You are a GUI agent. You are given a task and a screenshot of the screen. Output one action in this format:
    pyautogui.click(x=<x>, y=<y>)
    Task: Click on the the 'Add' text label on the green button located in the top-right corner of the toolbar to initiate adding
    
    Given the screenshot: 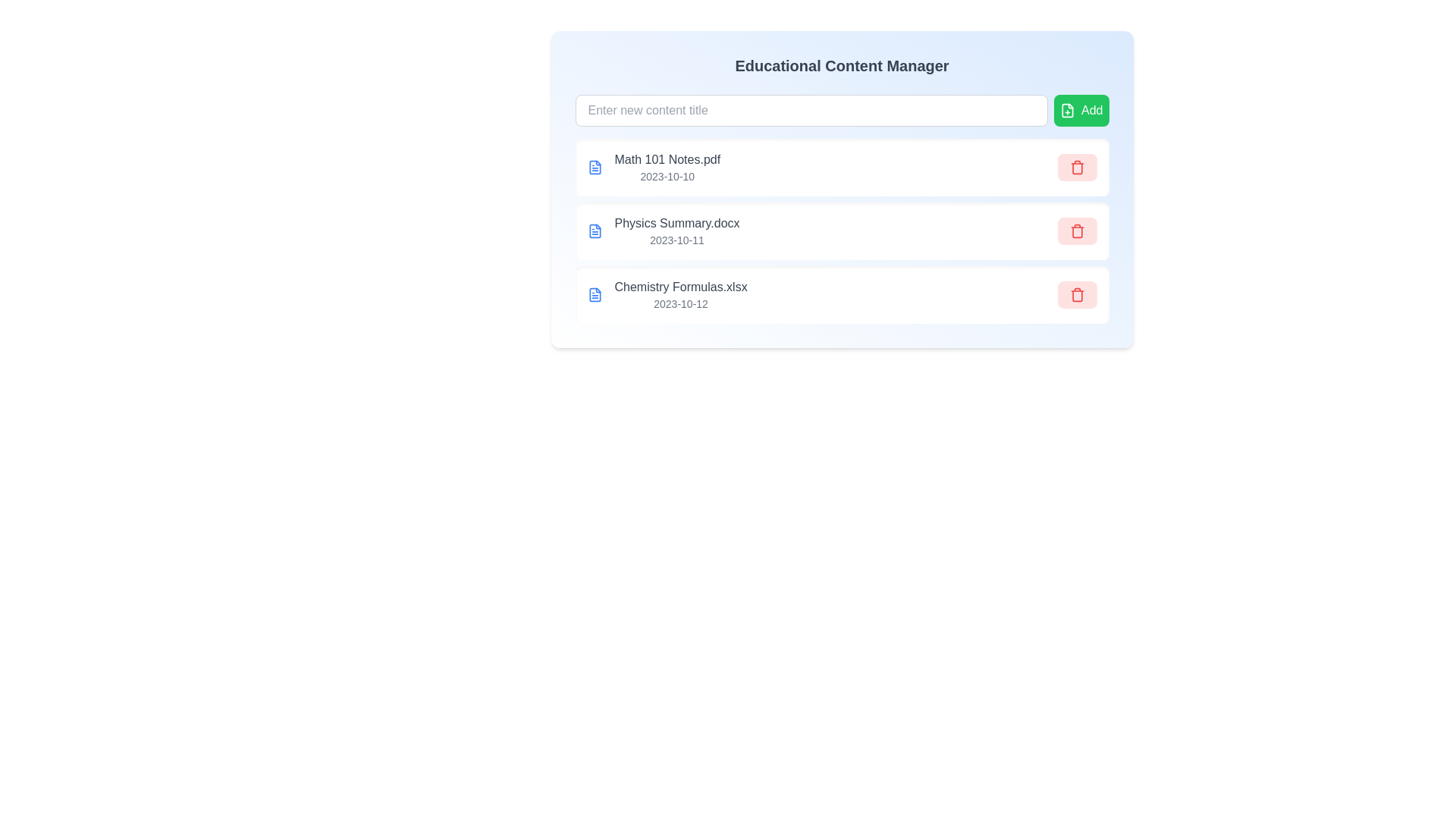 What is the action you would take?
    pyautogui.click(x=1092, y=110)
    